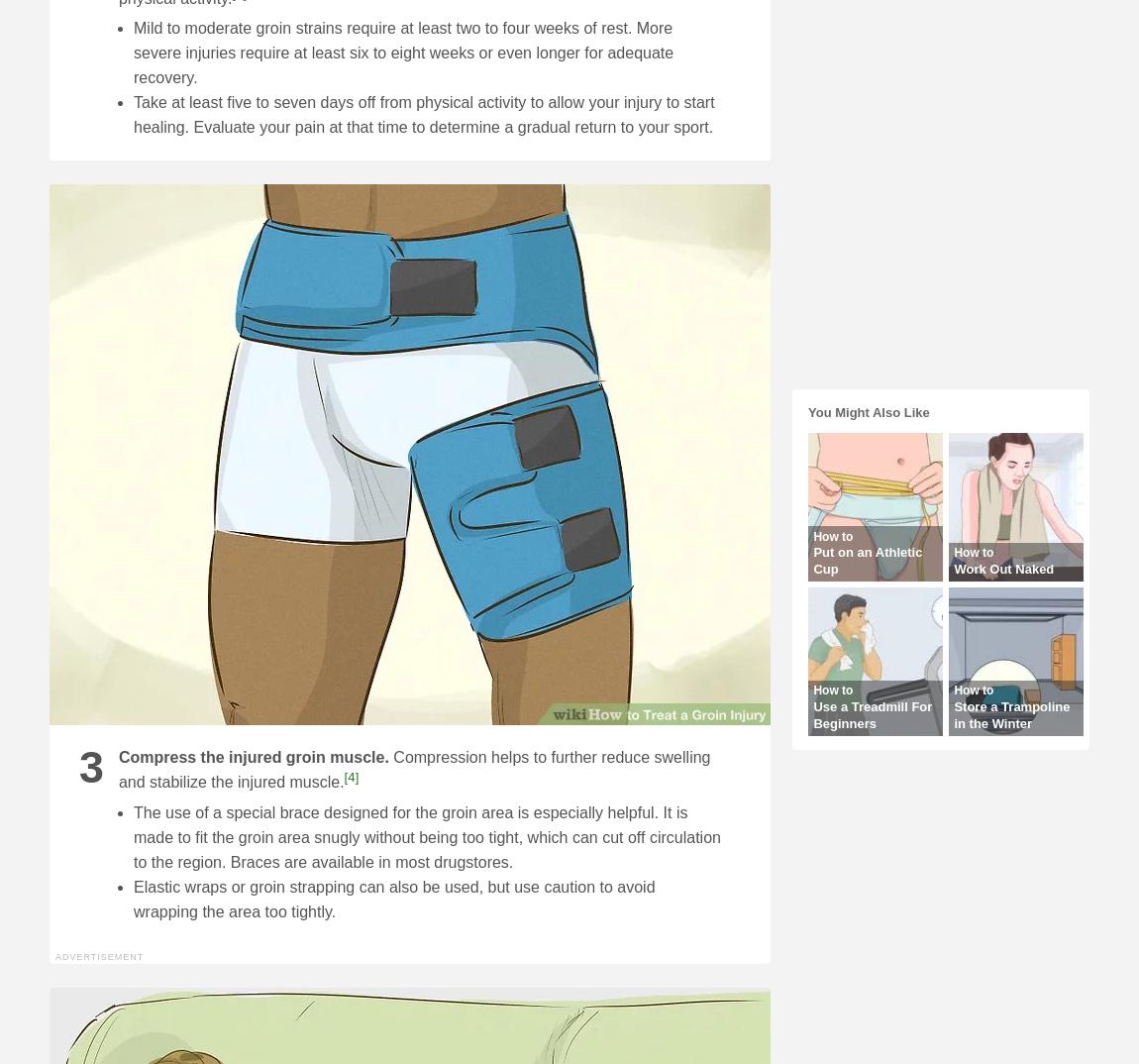 This screenshot has width=1139, height=1064. Describe the element at coordinates (403, 52) in the screenshot. I see `'Mild to moderate groin strains require at least two to four weeks of rest. More severe injuries require at least six to eight weeks or even longer for adequate recovery.'` at that location.